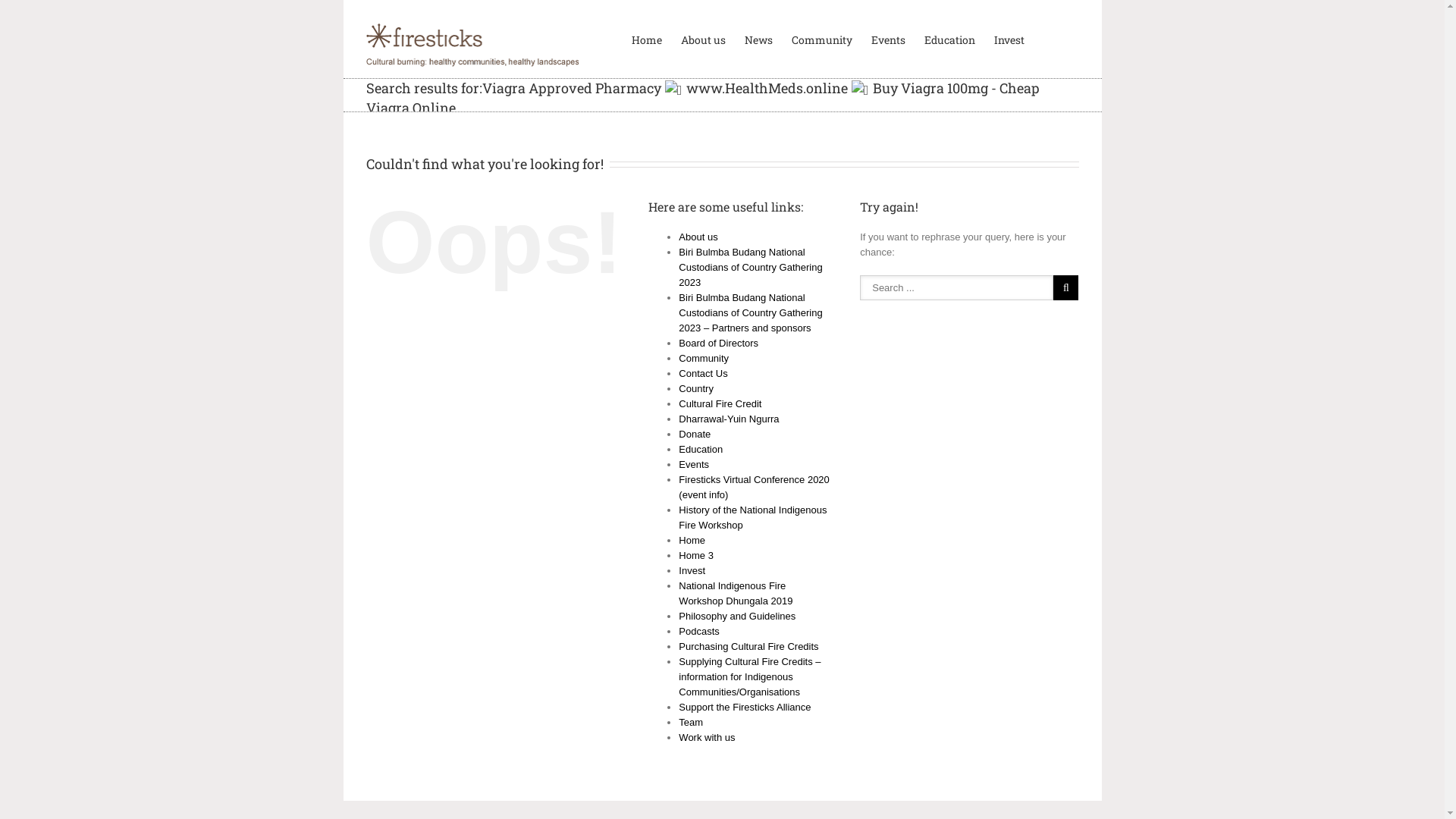 This screenshot has width=1456, height=819. What do you see at coordinates (695, 388) in the screenshot?
I see `'Country'` at bounding box center [695, 388].